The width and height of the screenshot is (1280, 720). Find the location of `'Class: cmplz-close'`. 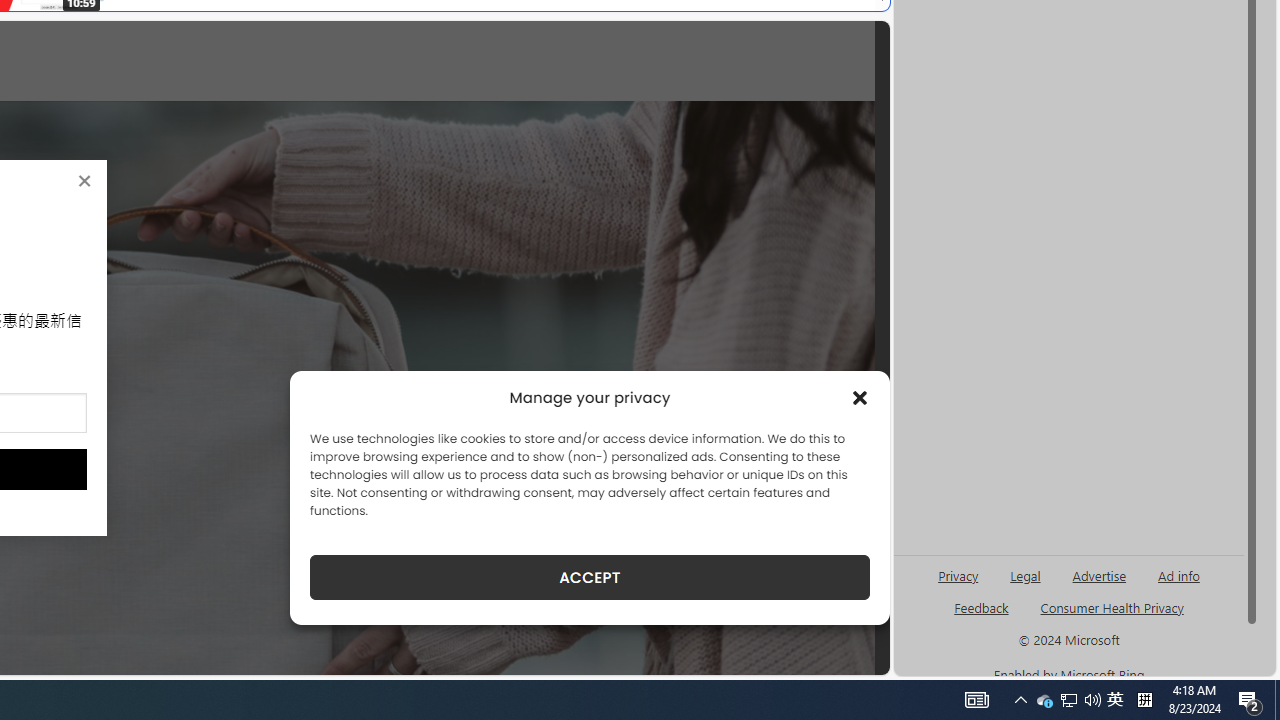

'Class: cmplz-close' is located at coordinates (860, 398).